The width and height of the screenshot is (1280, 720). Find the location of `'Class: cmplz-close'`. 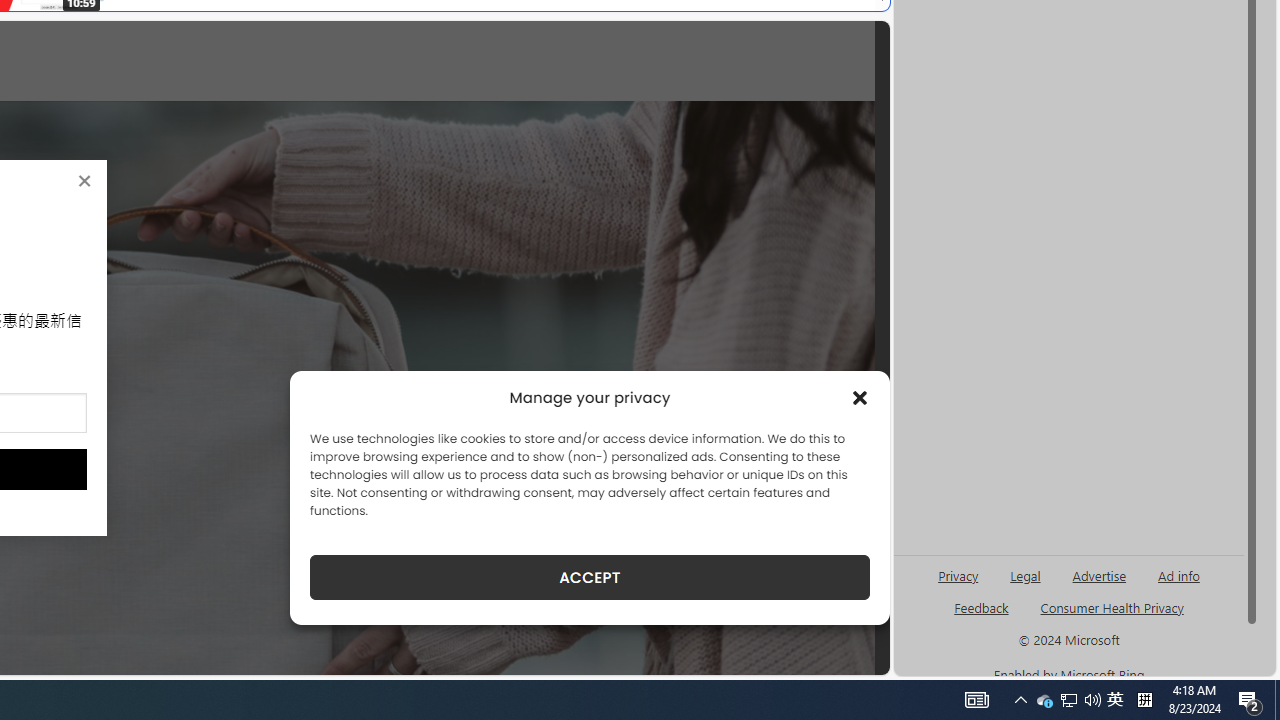

'Class: cmplz-close' is located at coordinates (860, 398).